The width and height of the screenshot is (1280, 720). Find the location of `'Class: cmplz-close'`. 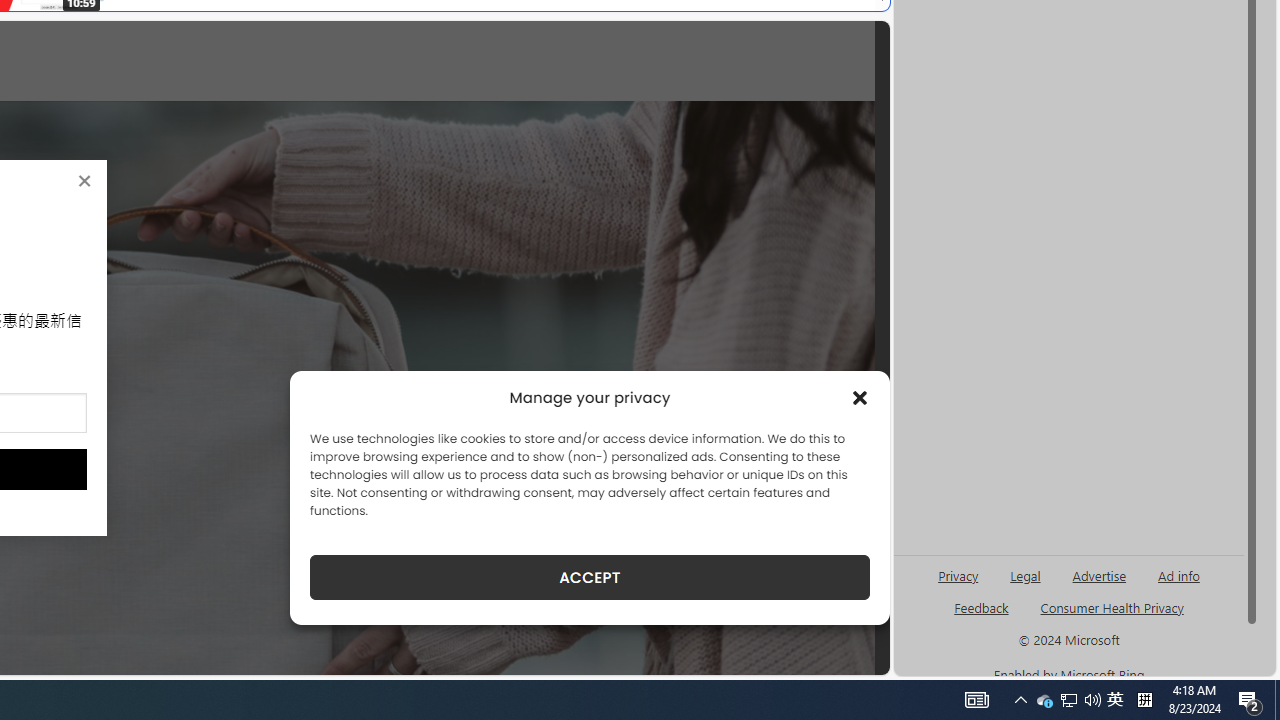

'Class: cmplz-close' is located at coordinates (860, 398).